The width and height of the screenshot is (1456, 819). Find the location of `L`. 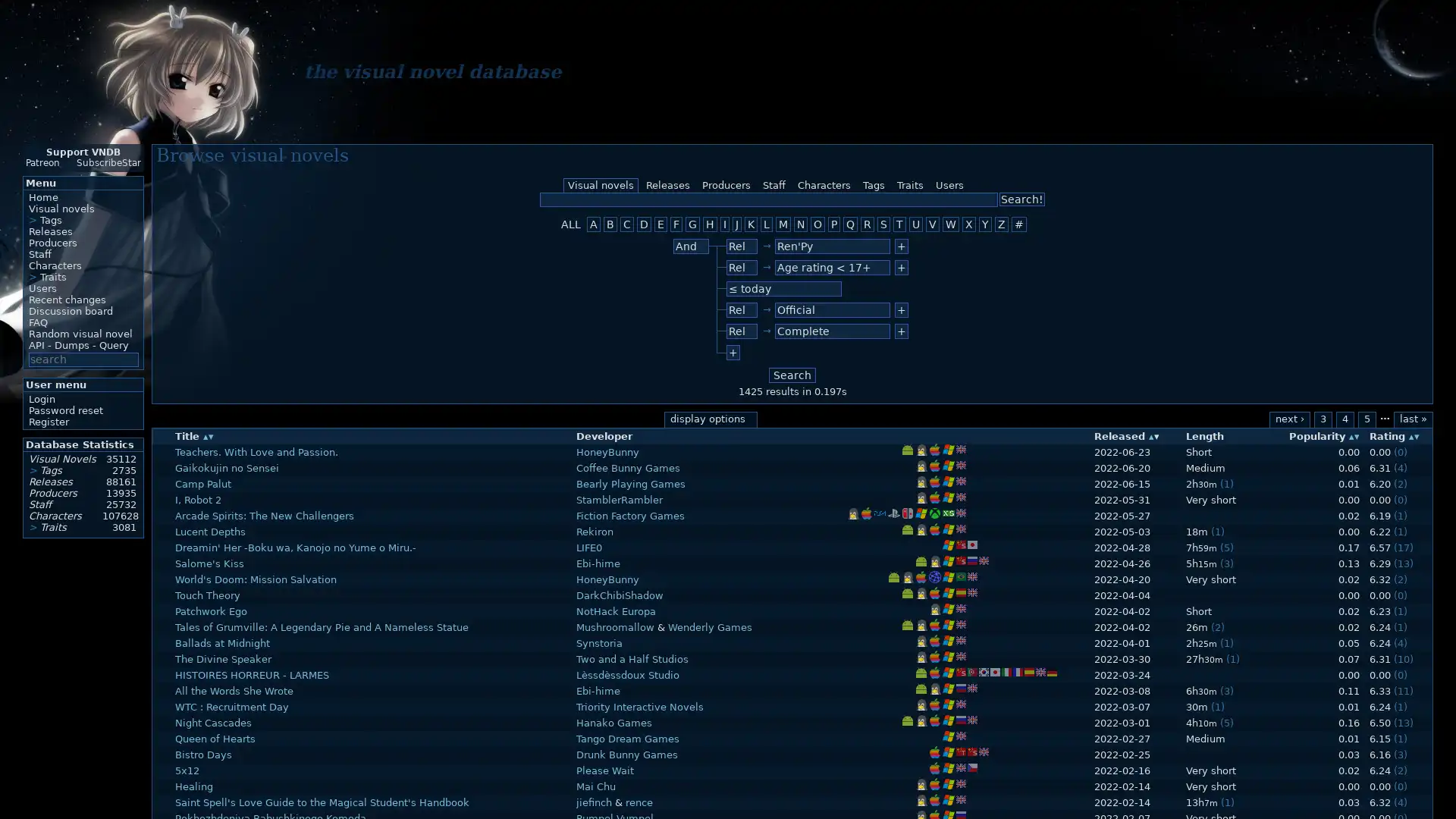

L is located at coordinates (767, 224).